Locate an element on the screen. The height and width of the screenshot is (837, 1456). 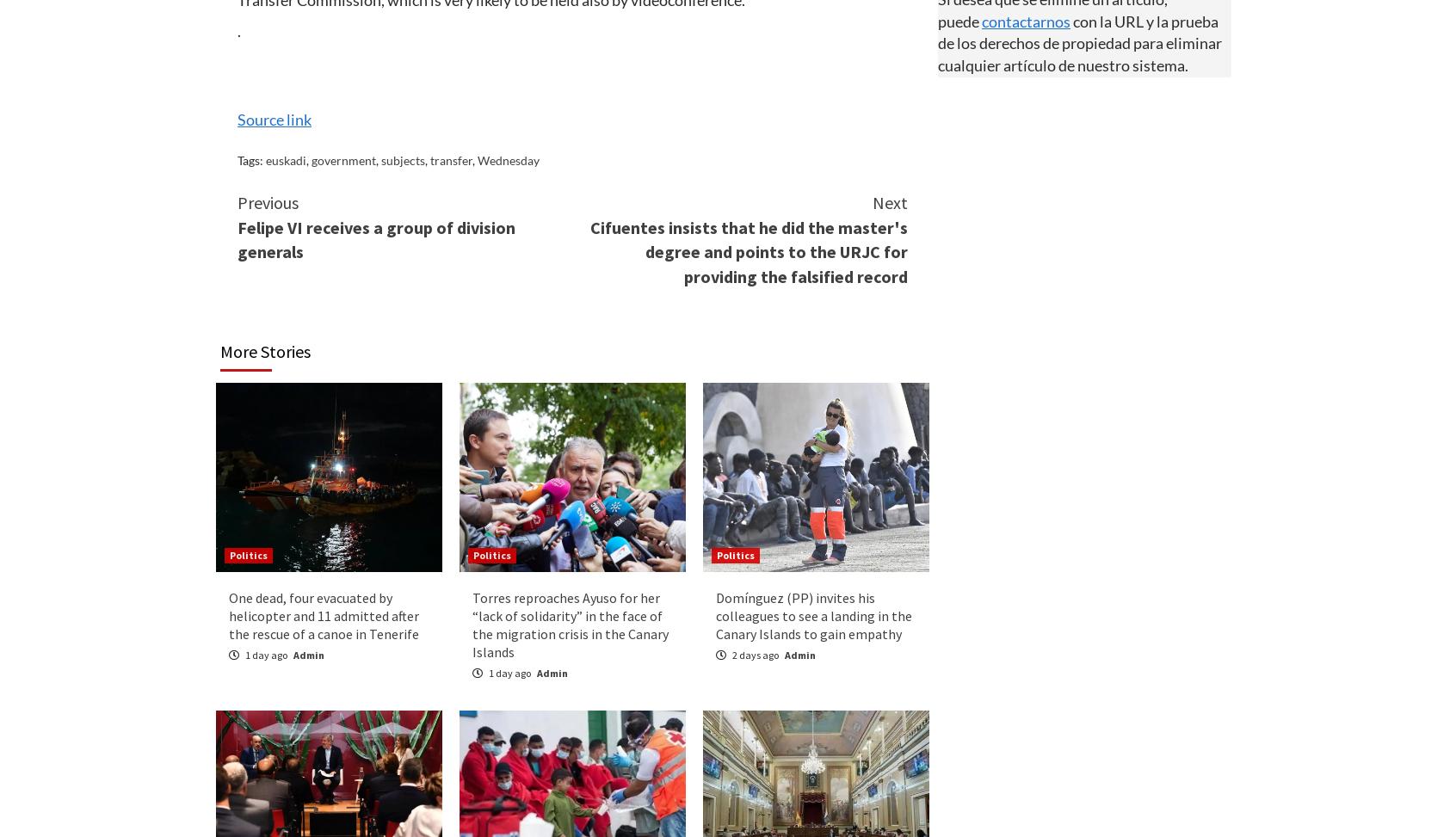
'con la URL y la prueba de los derechos de propiedad para eliminar cualquier artículo de nuestro sistema.' is located at coordinates (1079, 43).